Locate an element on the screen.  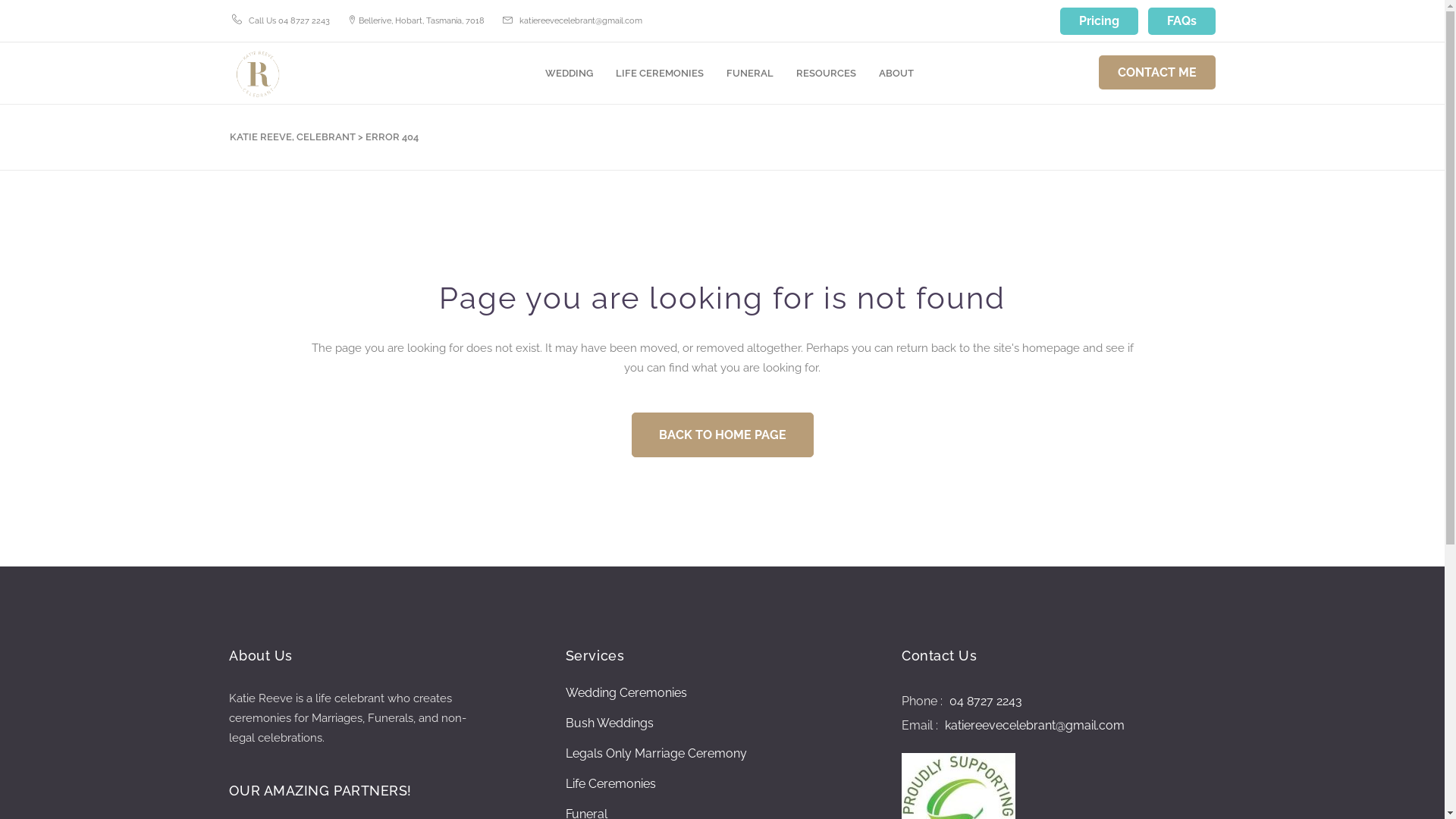
'FUNERAL' is located at coordinates (714, 73).